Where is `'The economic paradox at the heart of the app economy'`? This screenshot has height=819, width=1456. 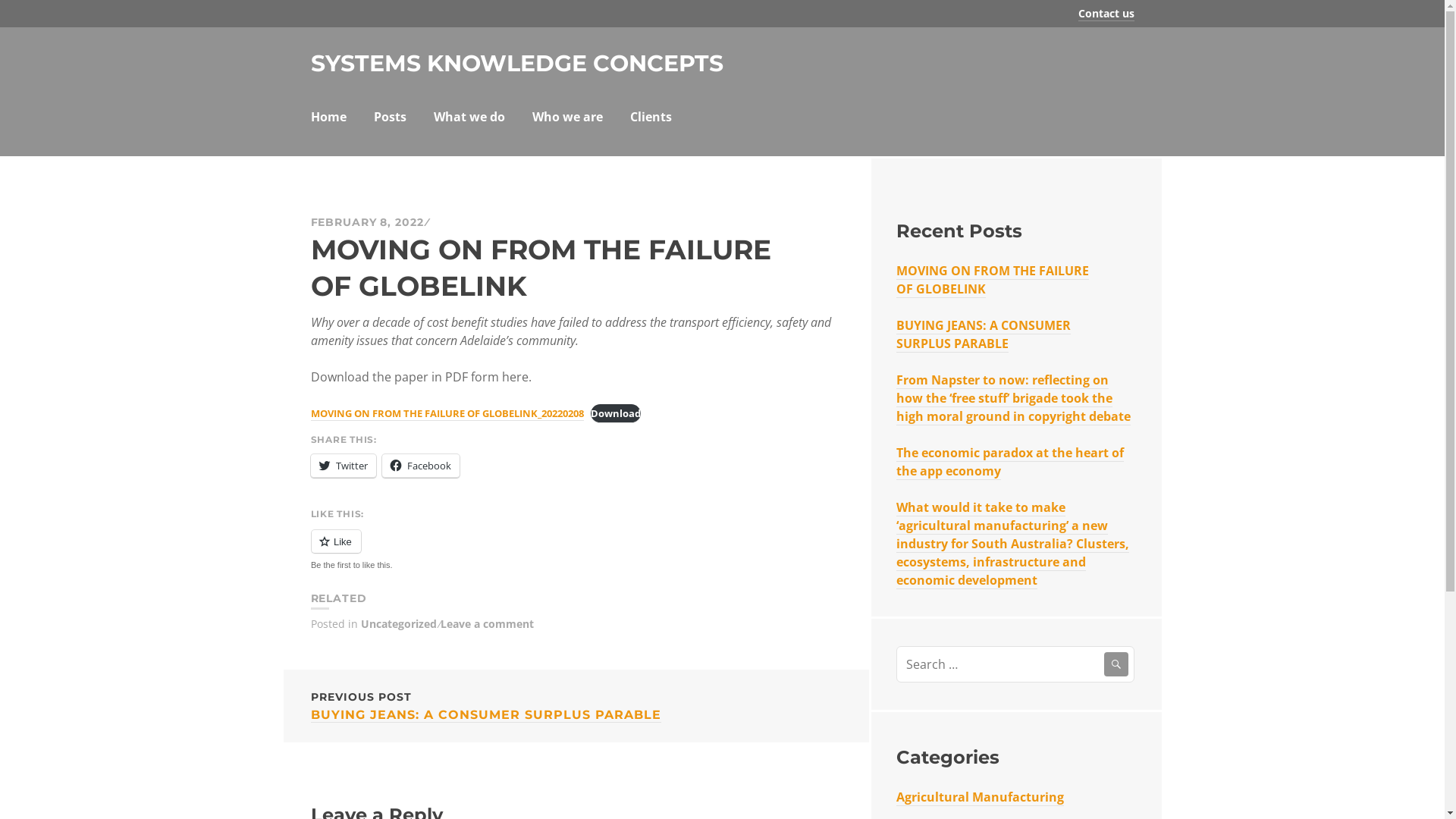 'The economic paradox at the heart of the app economy' is located at coordinates (1009, 461).